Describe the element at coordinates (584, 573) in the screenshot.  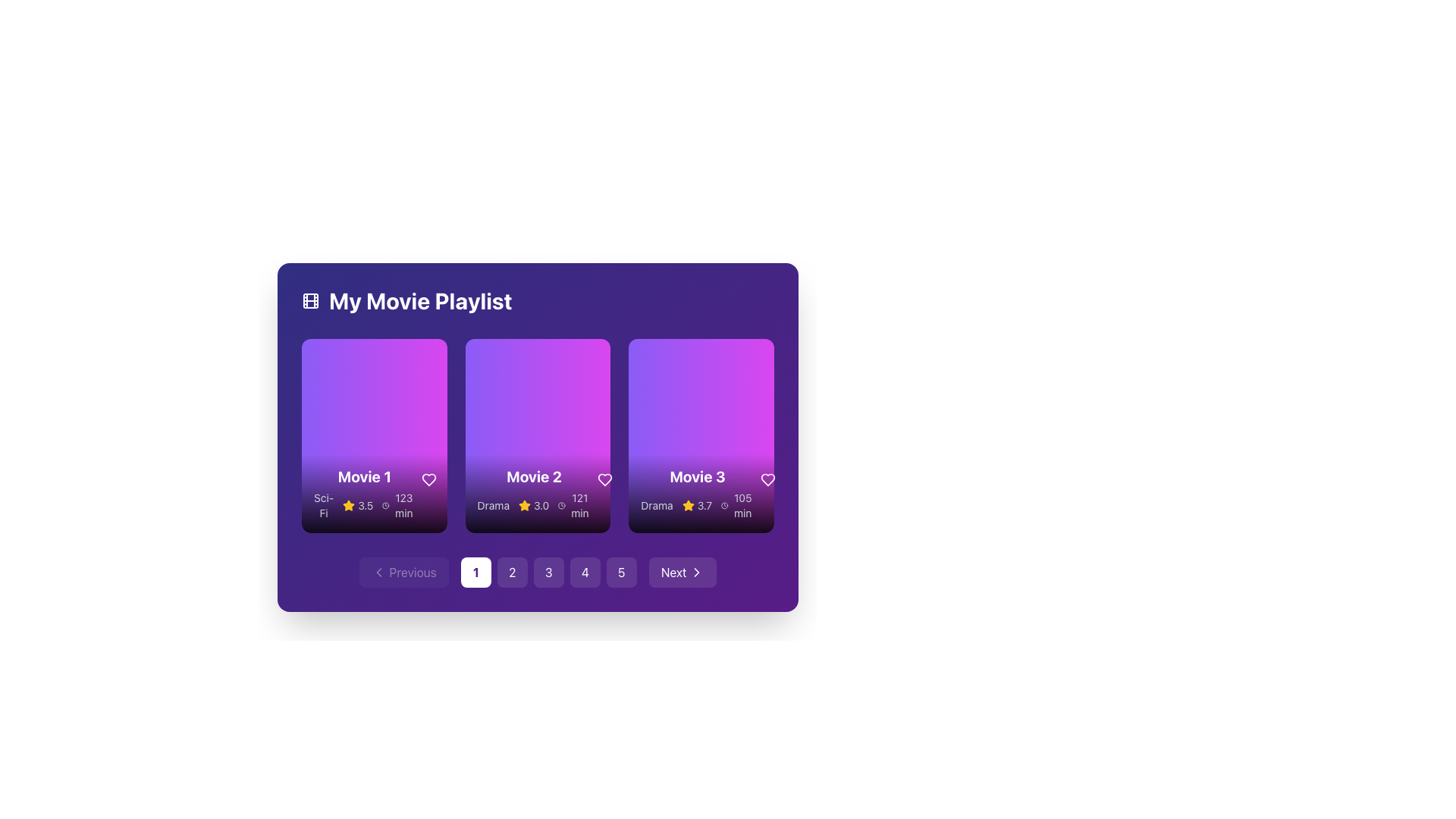
I see `the pagination button that navigates to page 4 of the movie playlist, located near the bottom center of the interface, just below the row of movie thumbnails` at that location.